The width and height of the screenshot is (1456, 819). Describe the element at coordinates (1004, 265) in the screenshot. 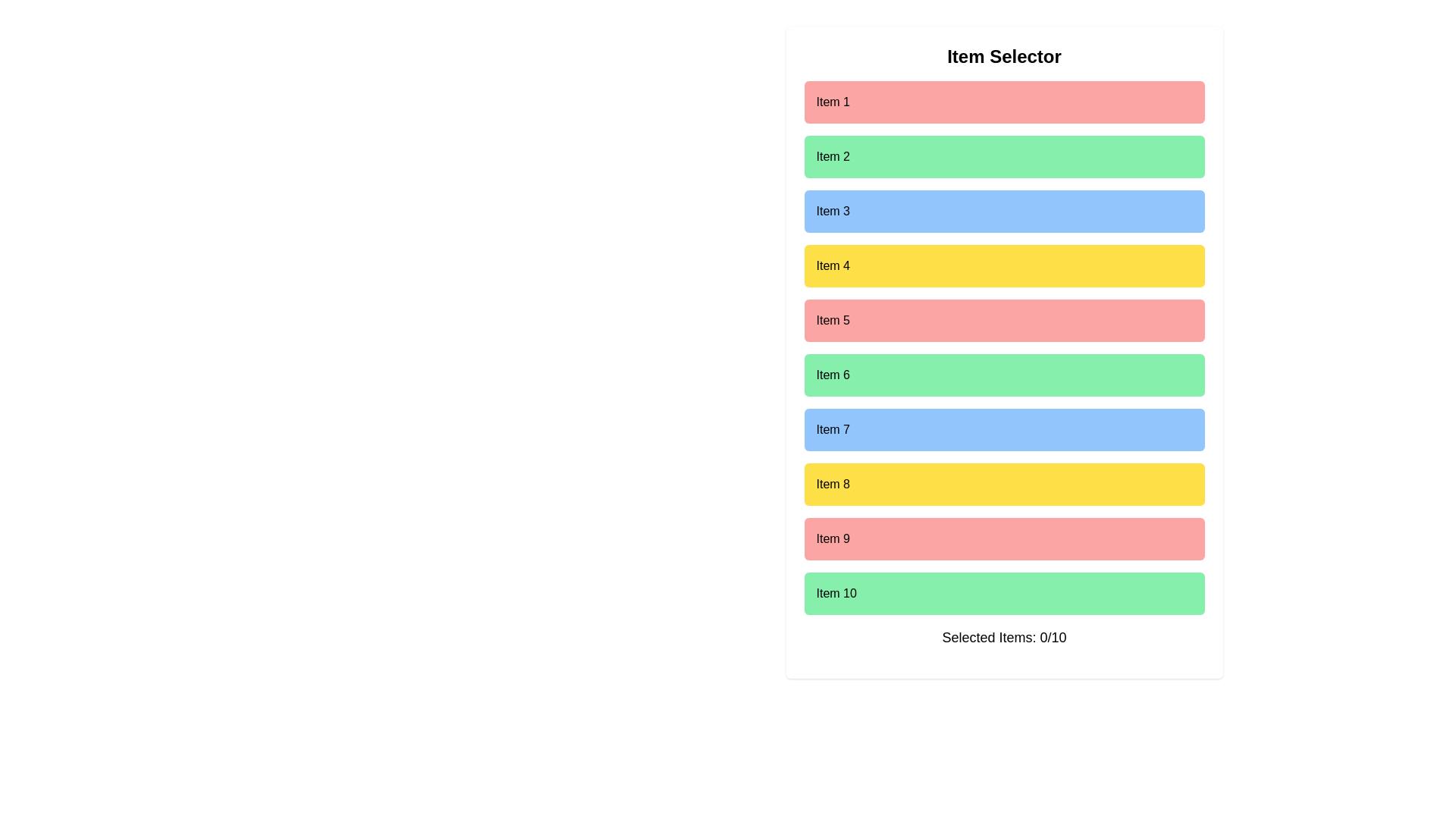

I see `the selectable 'Item 4'` at that location.